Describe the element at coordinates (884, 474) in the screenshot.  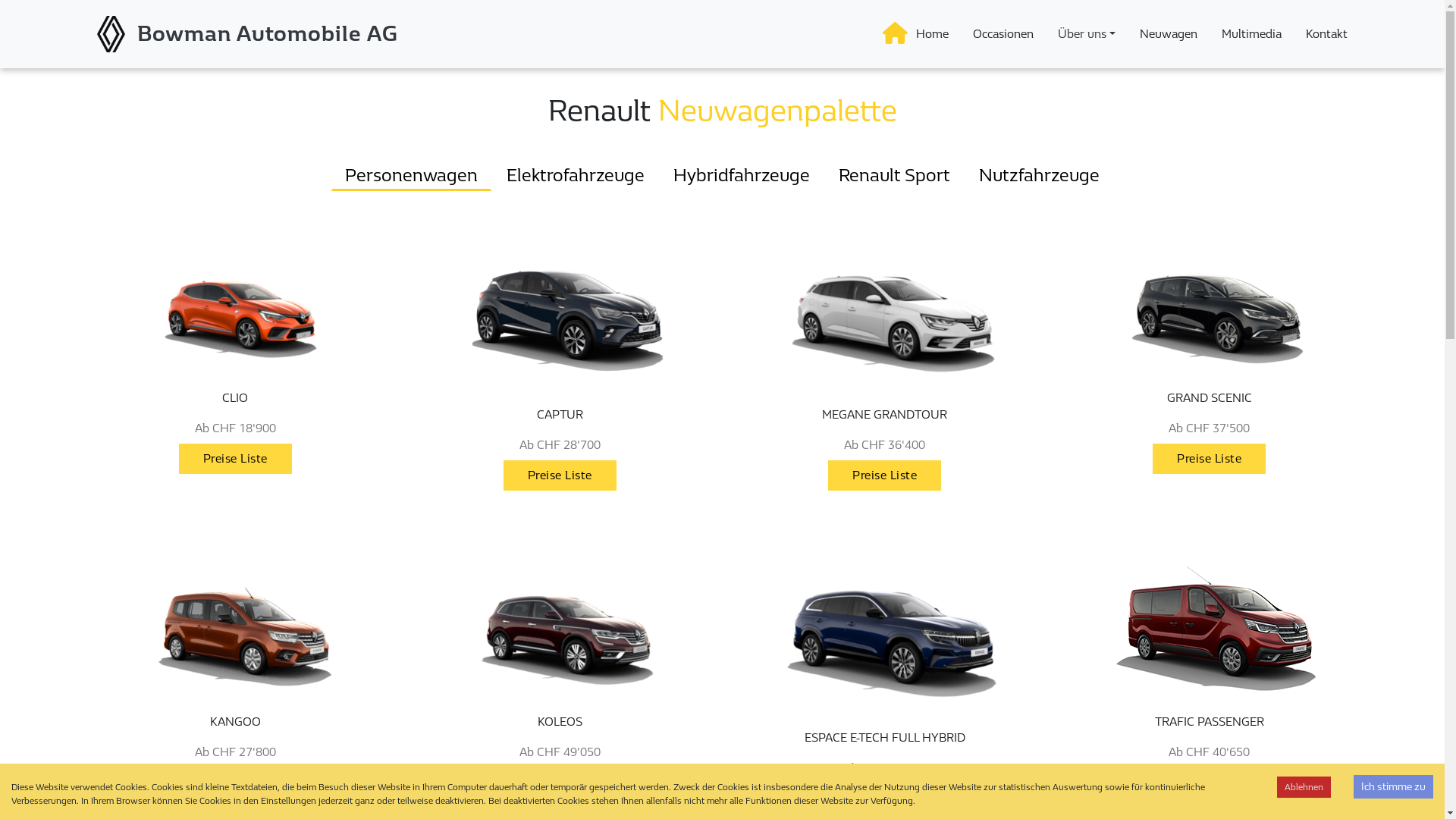
I see `'Preise Liste'` at that location.